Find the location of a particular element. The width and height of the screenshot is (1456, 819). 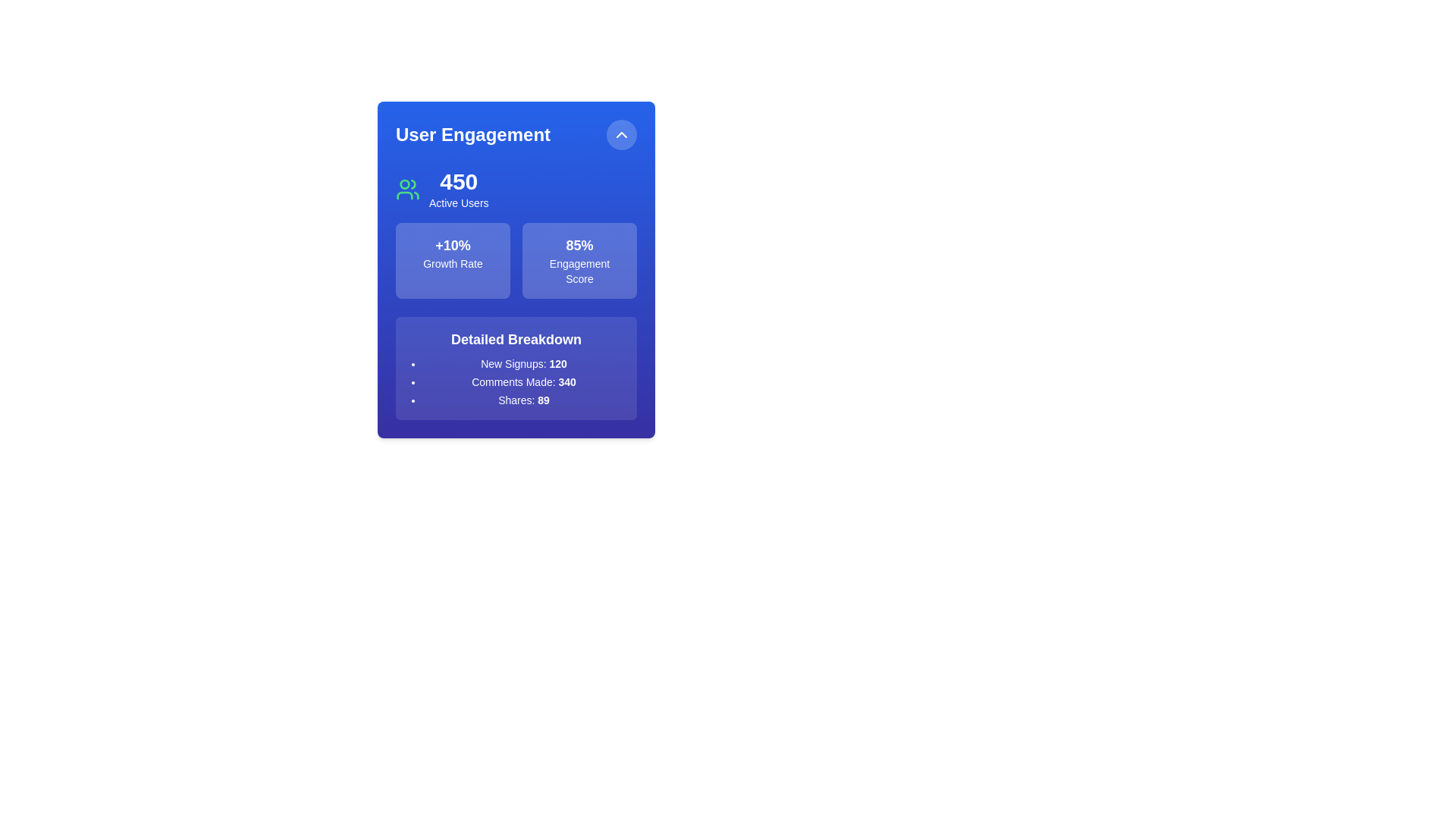

displayed information from the static text label indicating the number of shares recorded, which shows a value of '89' is located at coordinates (524, 400).